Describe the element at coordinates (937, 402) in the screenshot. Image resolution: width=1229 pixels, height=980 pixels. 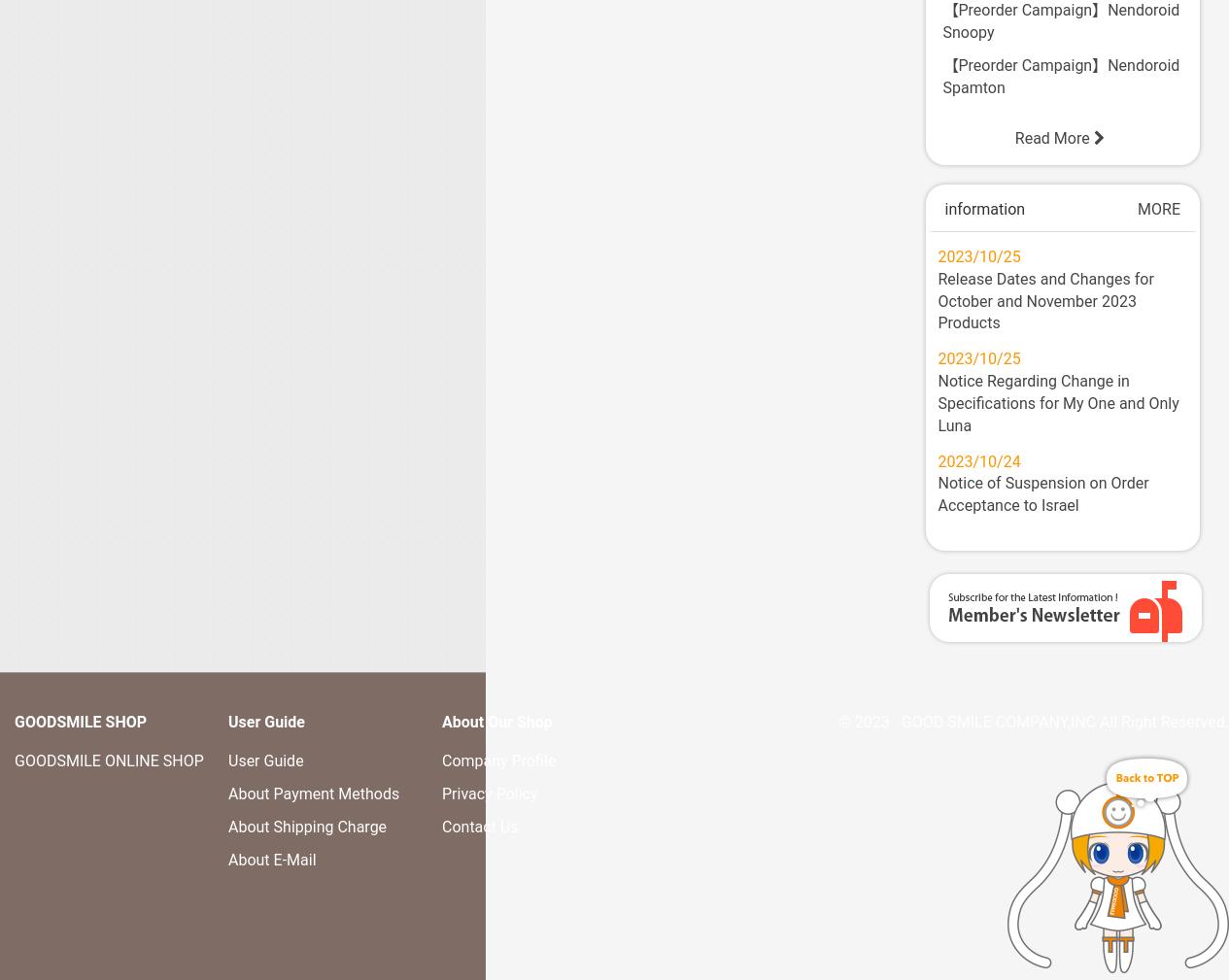
I see `'Notice Regarding Change in Specifications for My One and Only Luna'` at that location.